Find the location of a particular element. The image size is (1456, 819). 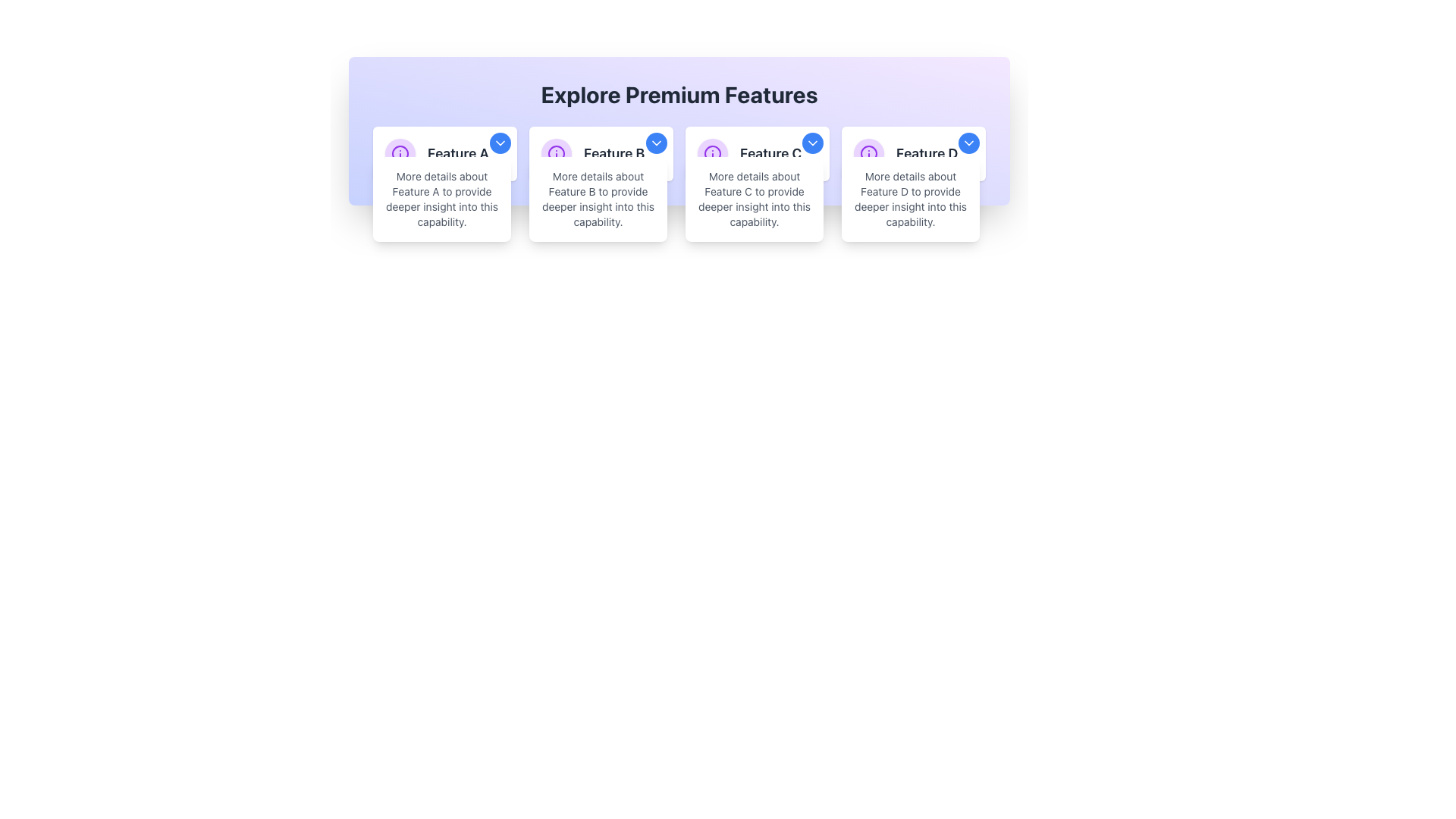

the circular button with a blue background and white text labeled 'Feature C' located at the top-right corner of the card is located at coordinates (811, 143).